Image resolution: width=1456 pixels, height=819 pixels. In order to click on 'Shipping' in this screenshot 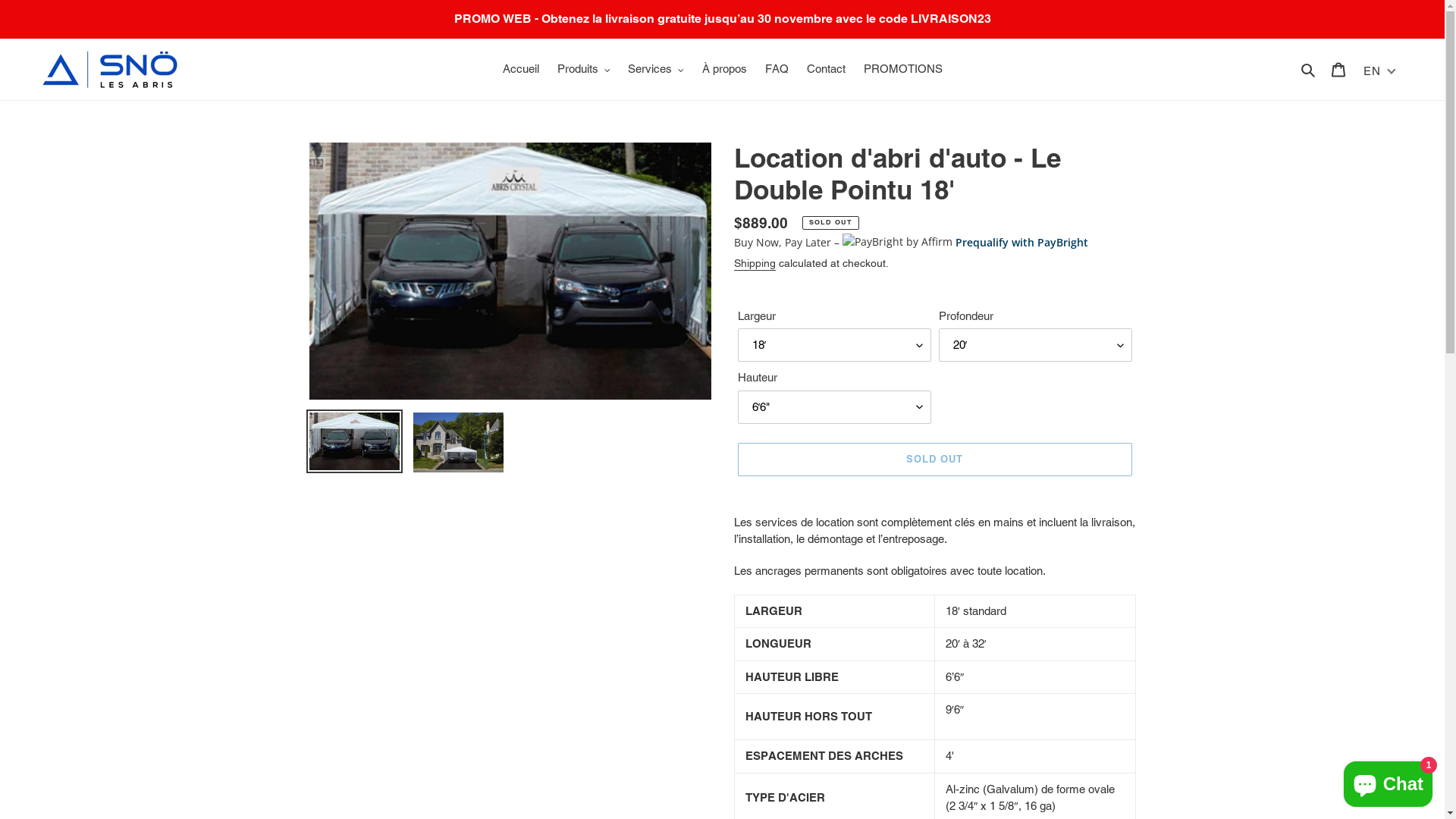, I will do `click(755, 262)`.